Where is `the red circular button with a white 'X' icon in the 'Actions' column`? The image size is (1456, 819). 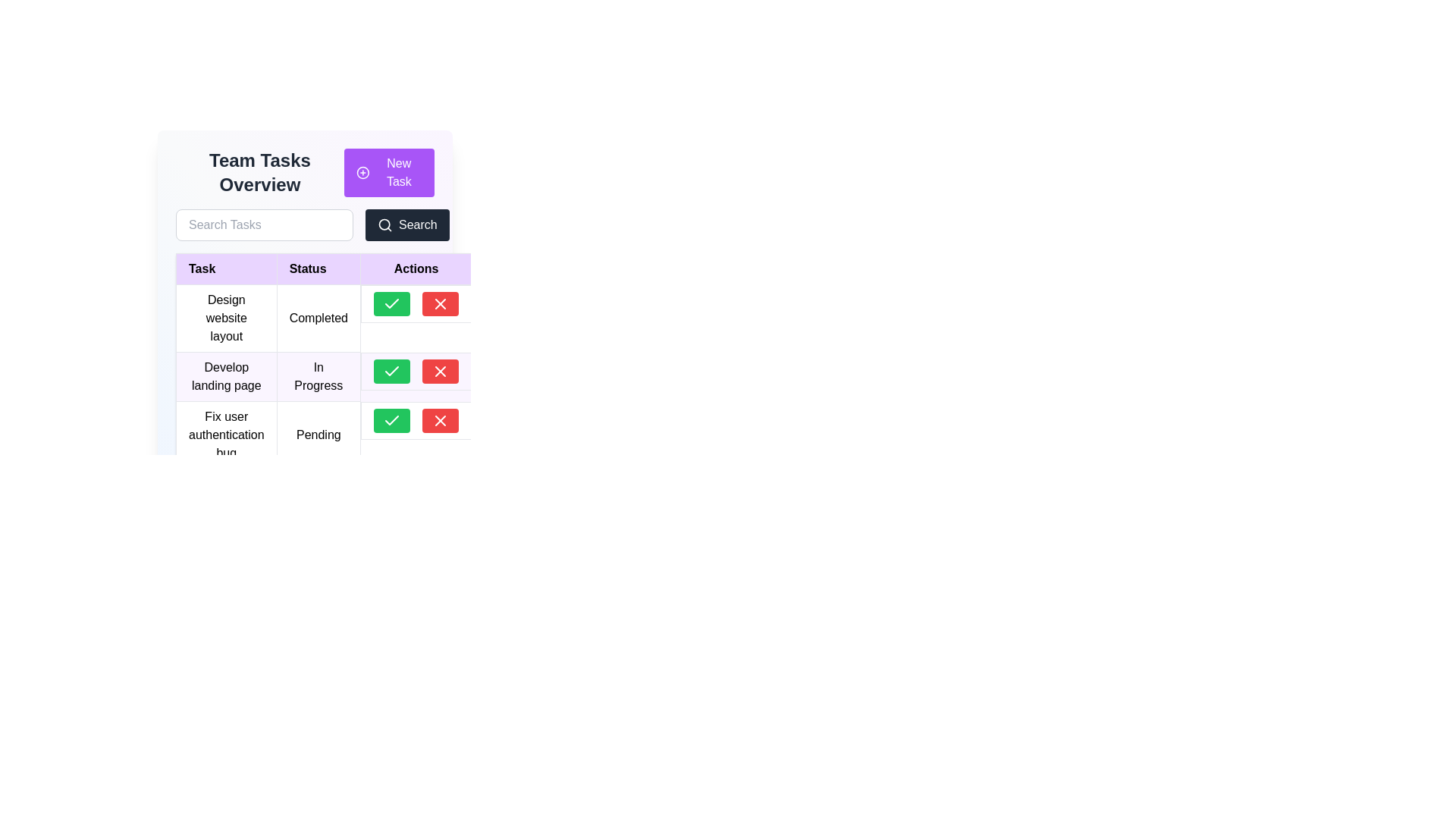 the red circular button with a white 'X' icon in the 'Actions' column is located at coordinates (439, 371).